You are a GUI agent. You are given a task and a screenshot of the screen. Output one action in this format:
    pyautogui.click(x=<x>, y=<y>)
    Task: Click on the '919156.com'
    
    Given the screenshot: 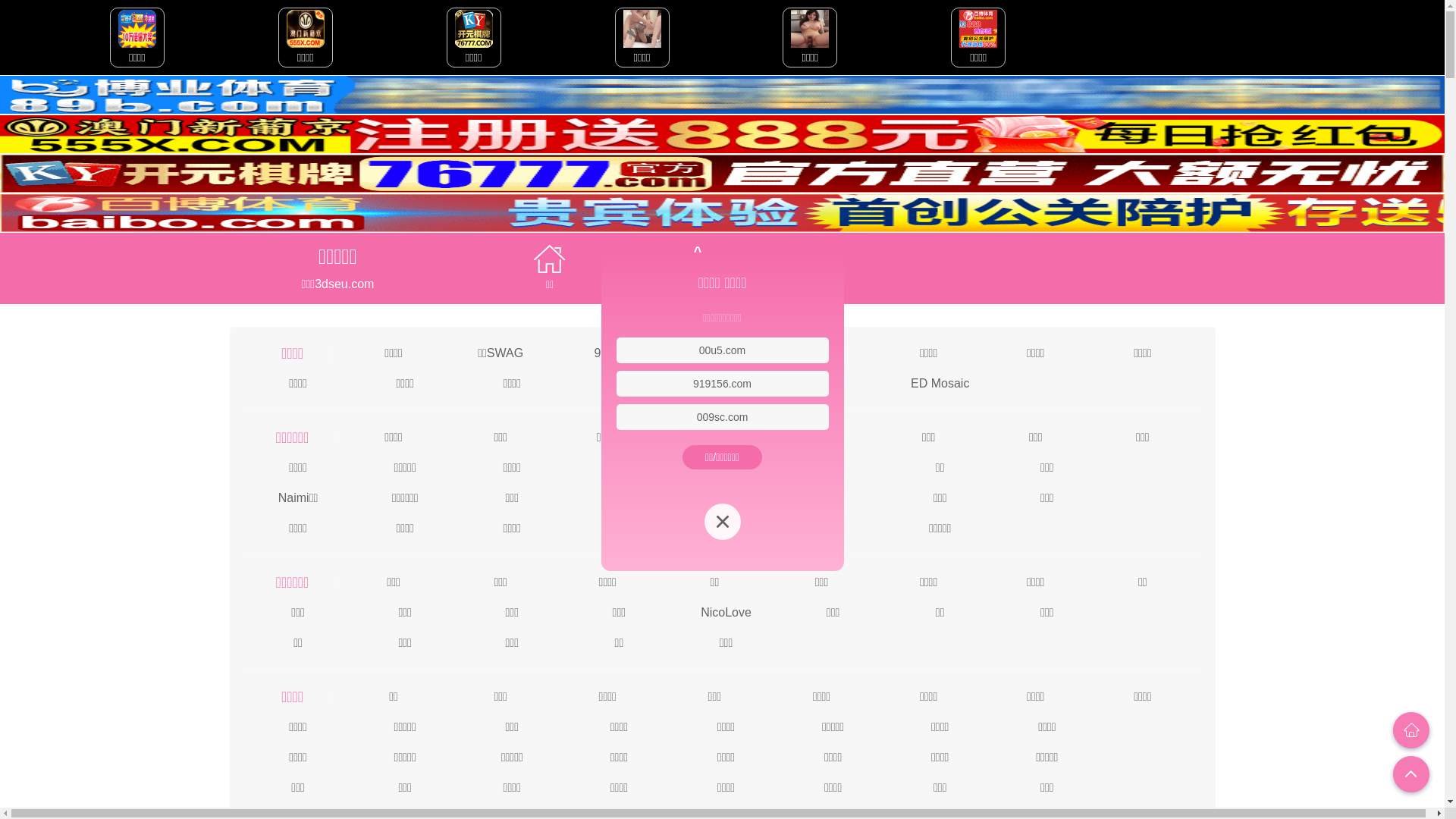 What is the action you would take?
    pyautogui.click(x=721, y=382)
    